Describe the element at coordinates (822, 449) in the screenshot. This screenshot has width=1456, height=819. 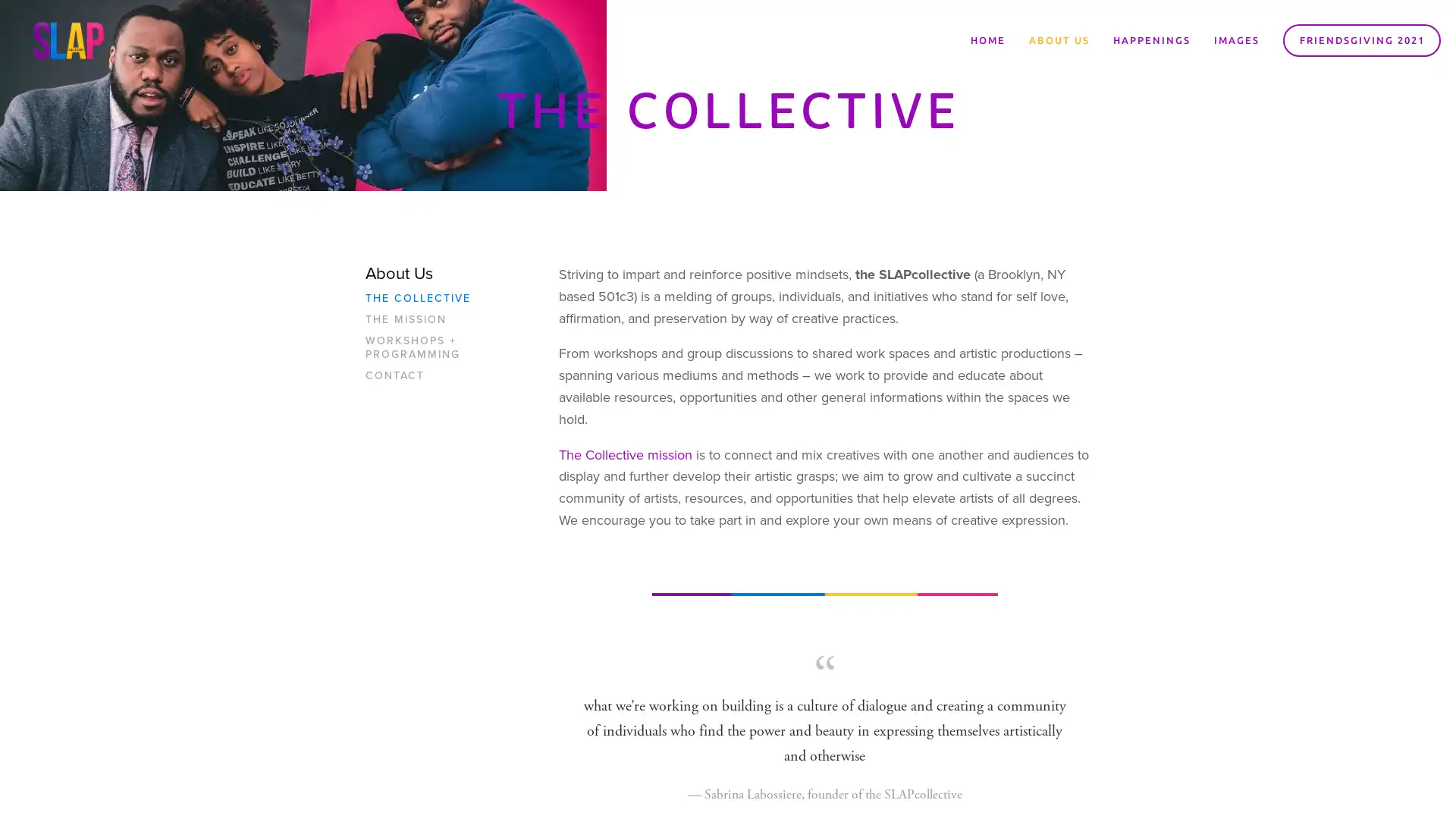
I see `get mo' SLAP!` at that location.